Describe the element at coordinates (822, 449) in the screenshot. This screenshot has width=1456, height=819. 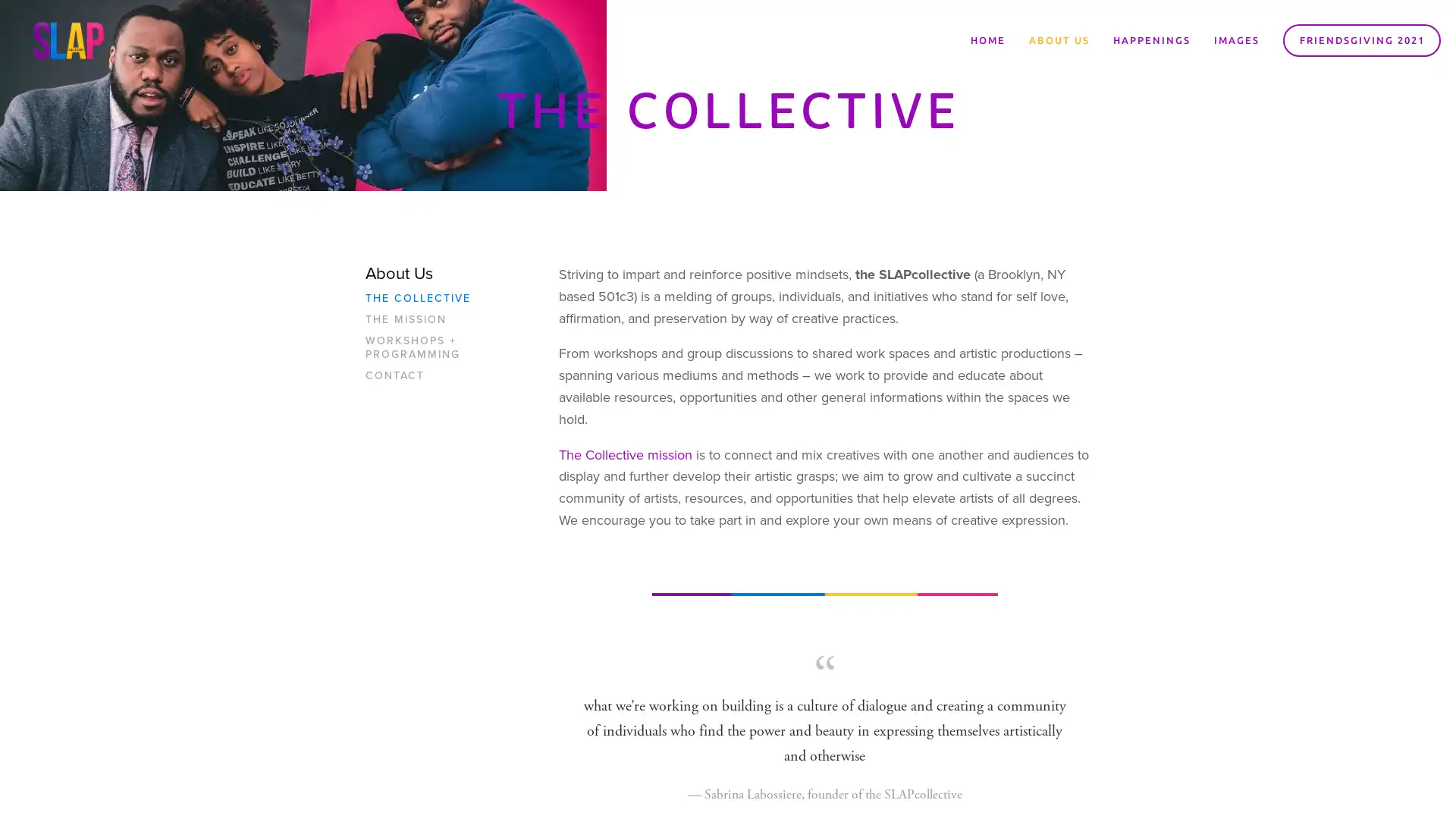
I see `get mo' SLAP!` at that location.